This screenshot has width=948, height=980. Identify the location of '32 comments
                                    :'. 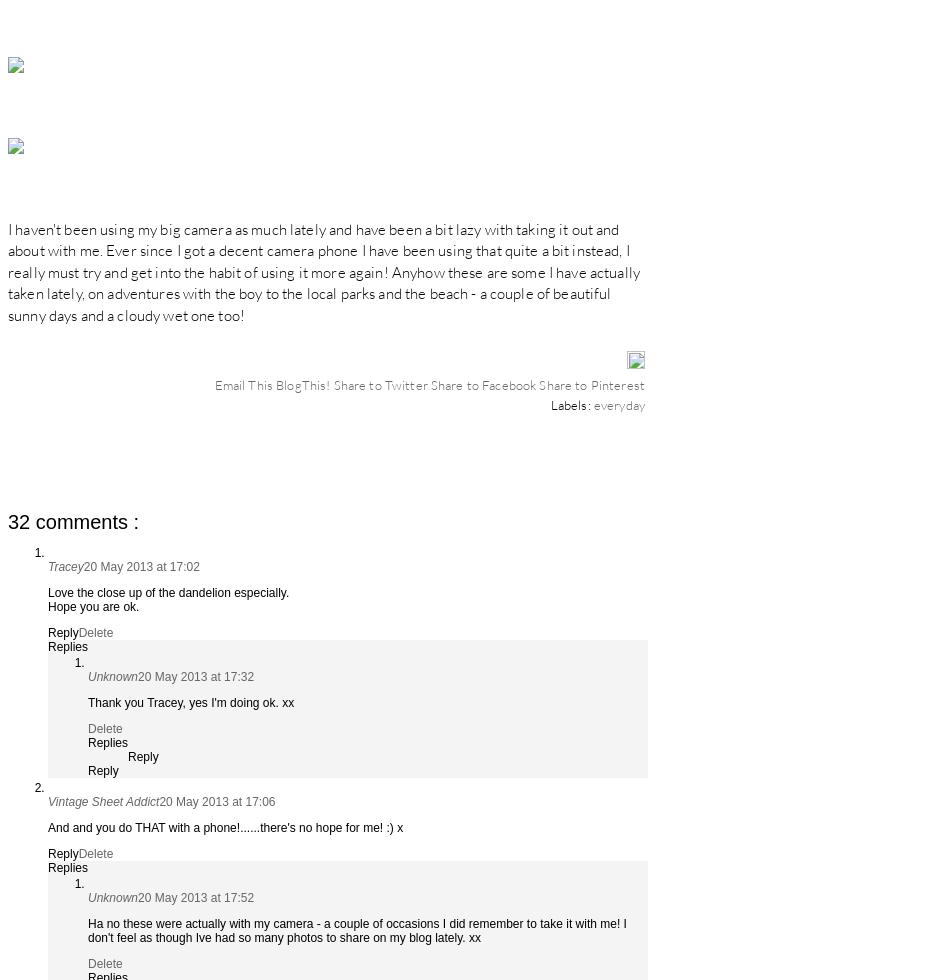
(73, 520).